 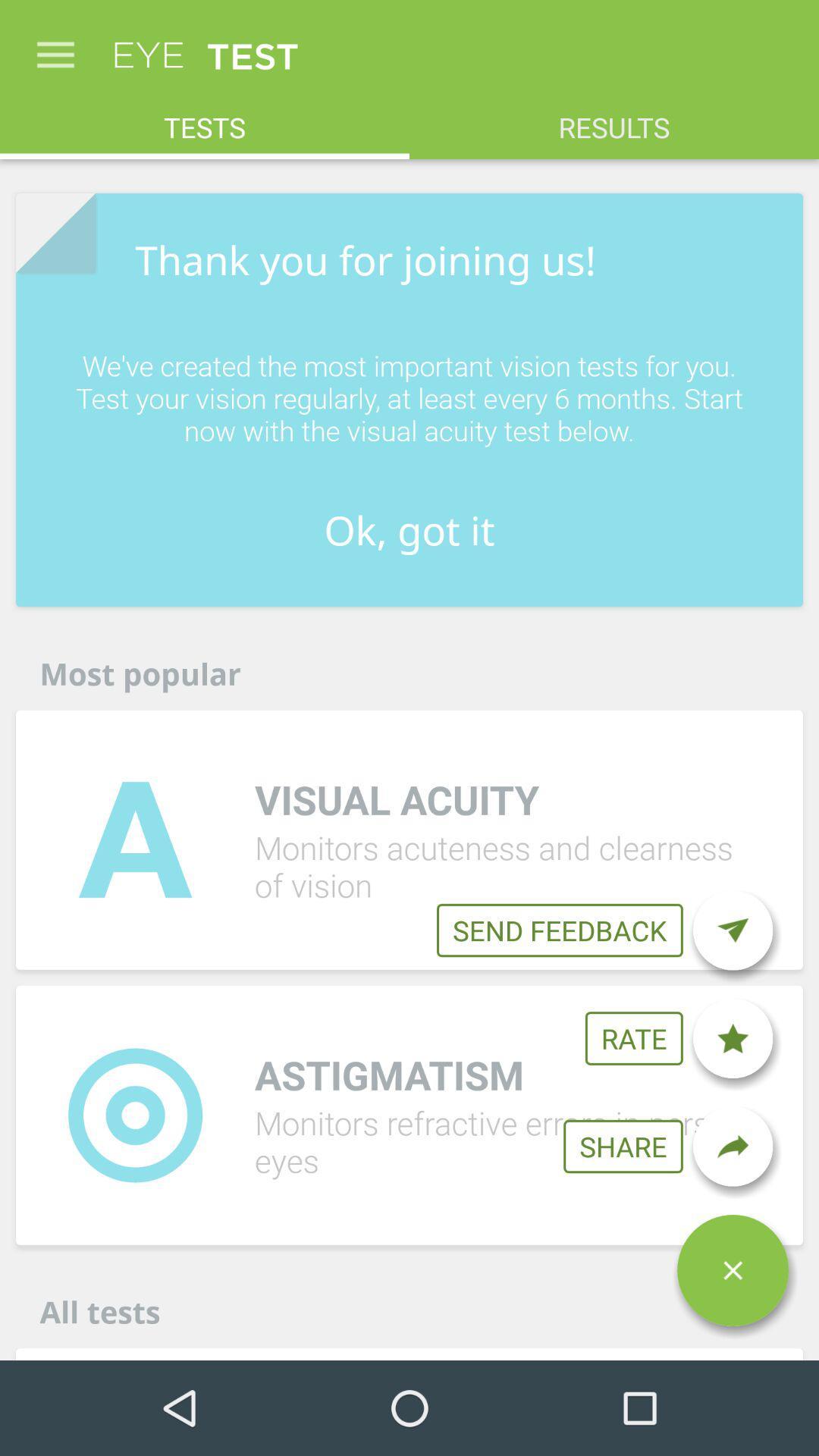 What do you see at coordinates (409, 530) in the screenshot?
I see `the ok, got it icon` at bounding box center [409, 530].